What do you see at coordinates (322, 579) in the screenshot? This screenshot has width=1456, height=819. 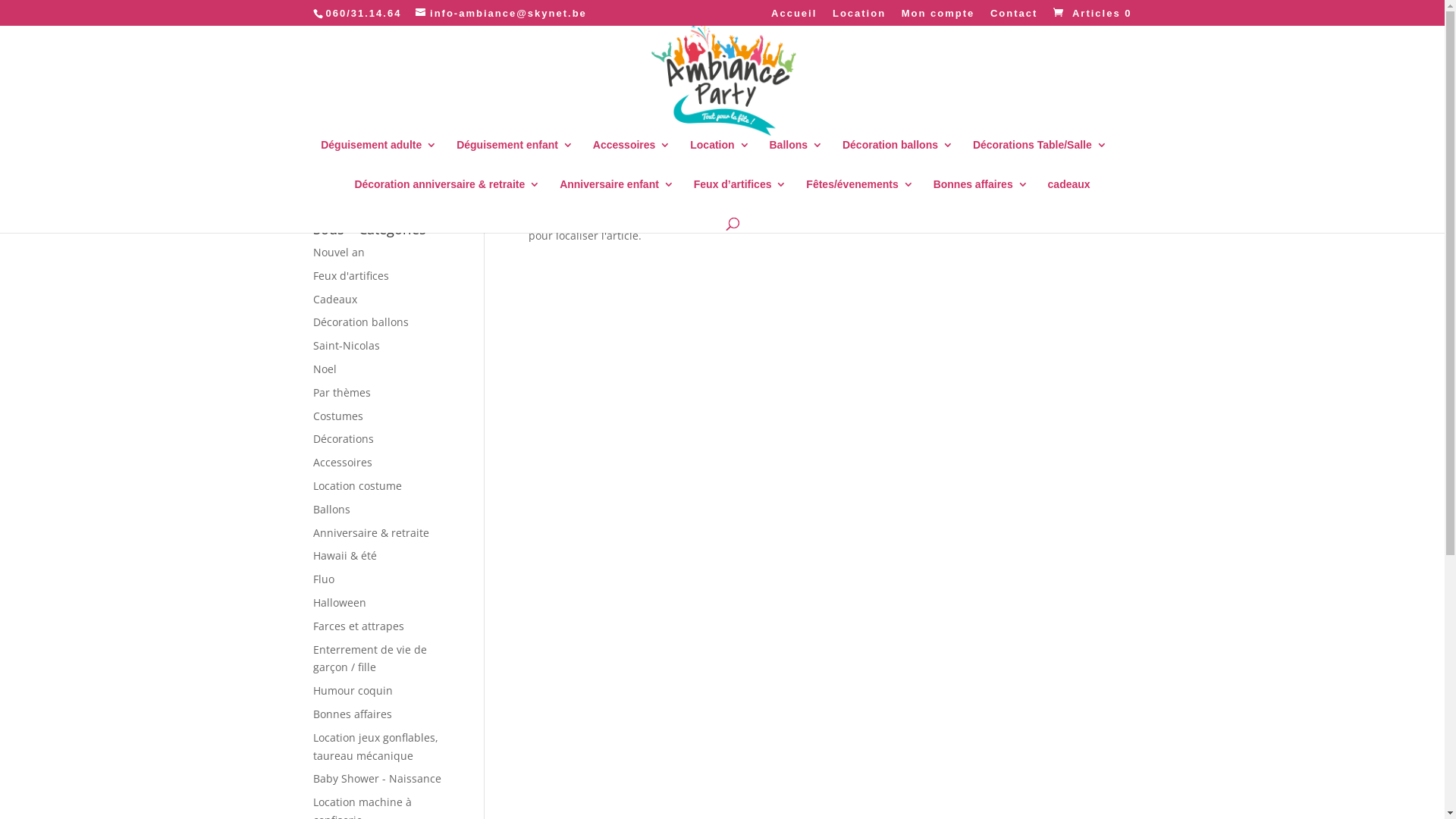 I see `'Fluo'` at bounding box center [322, 579].